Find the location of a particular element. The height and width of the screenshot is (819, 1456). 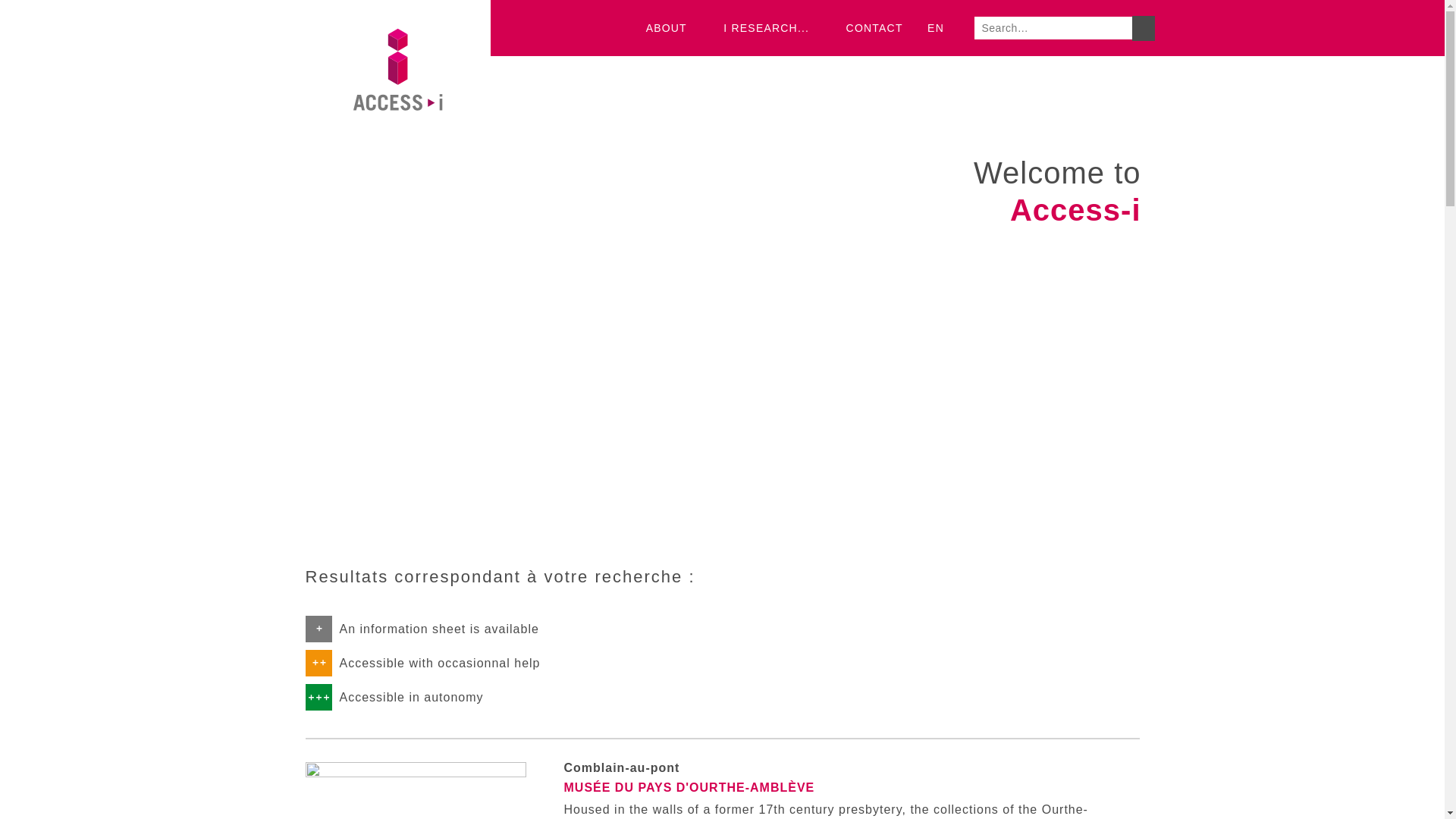

'CONTACT' is located at coordinates (874, 28).